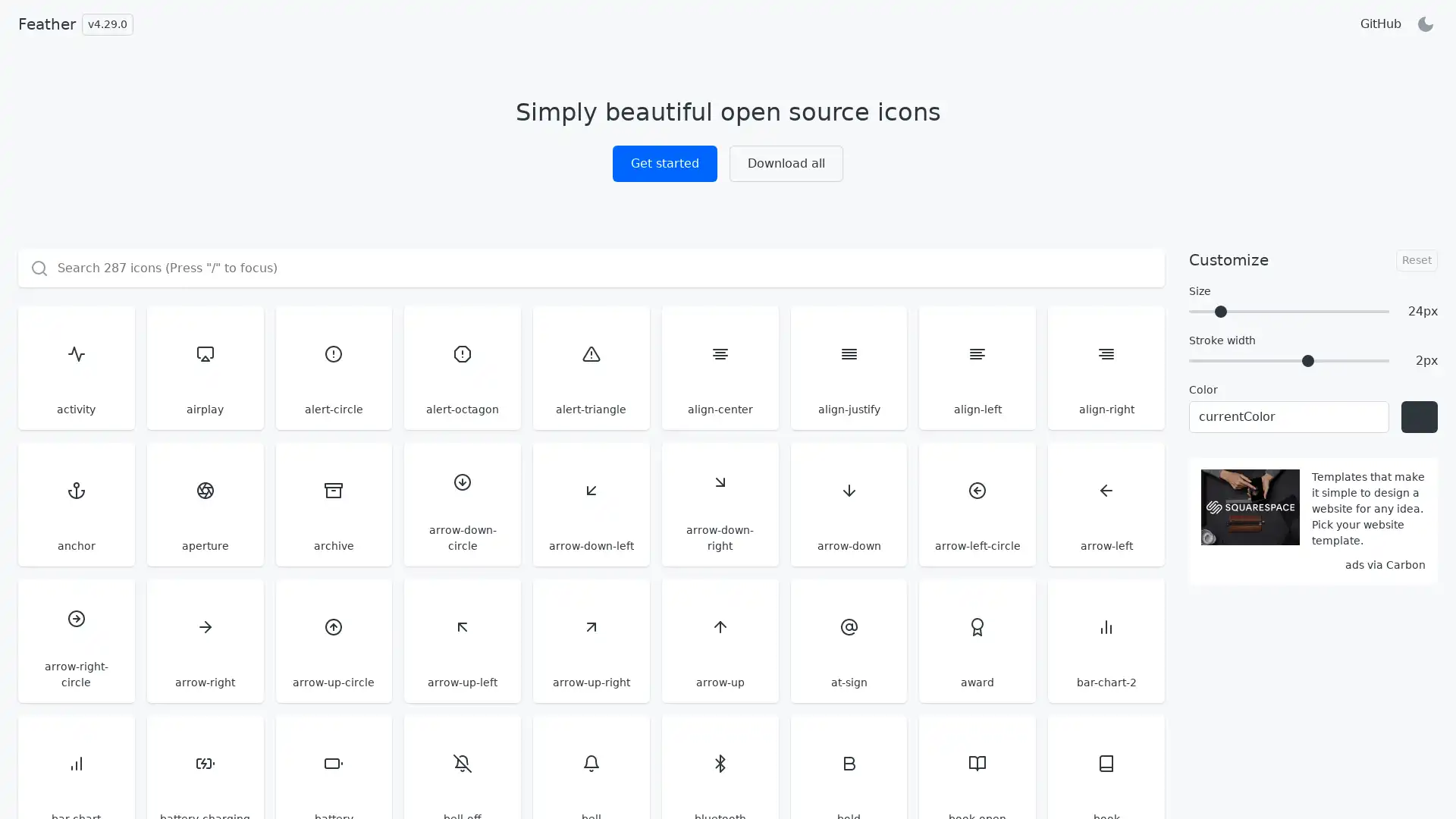  What do you see at coordinates (1106, 640) in the screenshot?
I see `bar-chart-2` at bounding box center [1106, 640].